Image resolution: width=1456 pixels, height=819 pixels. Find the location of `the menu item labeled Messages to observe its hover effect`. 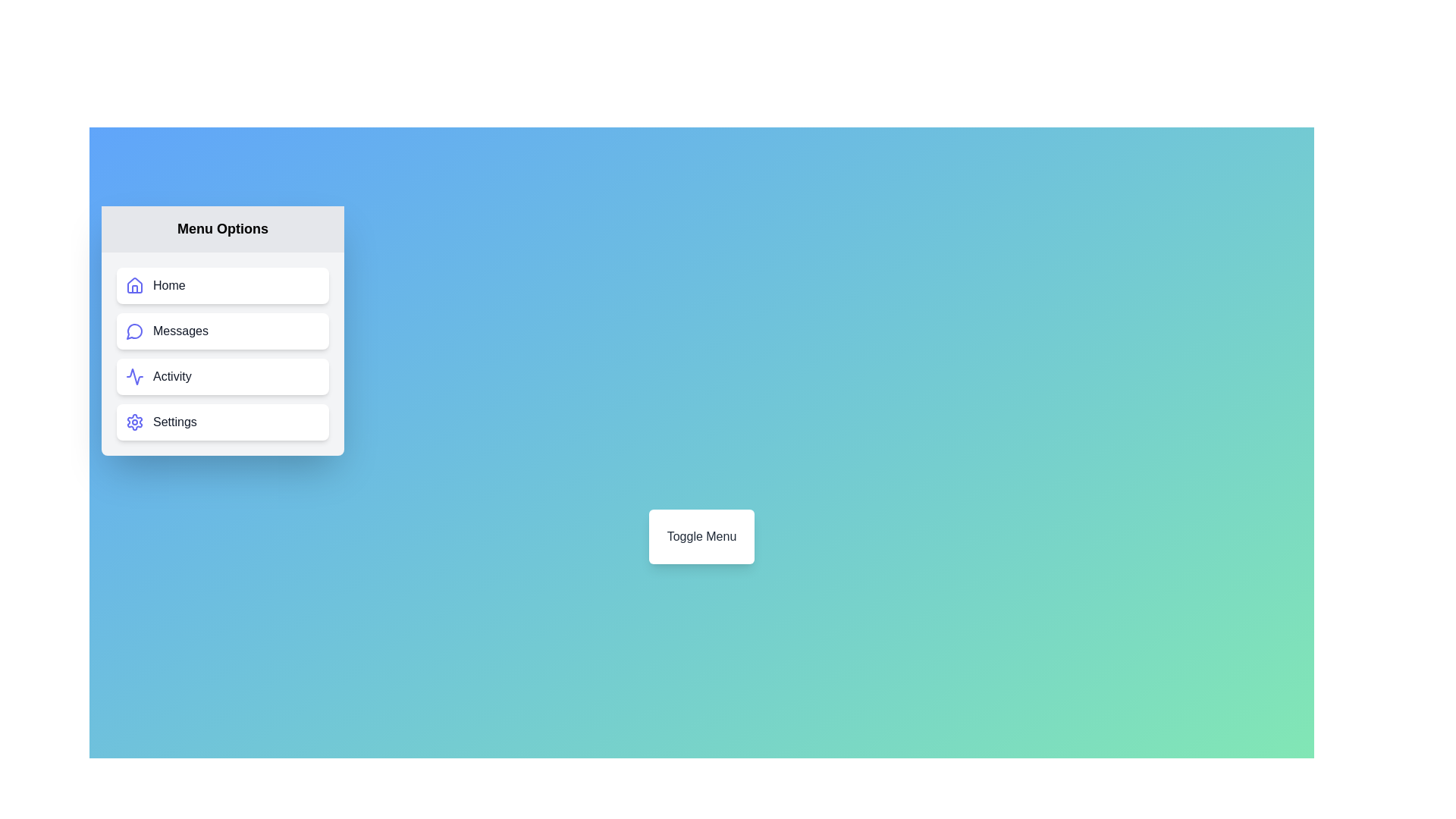

the menu item labeled Messages to observe its hover effect is located at coordinates (221, 330).